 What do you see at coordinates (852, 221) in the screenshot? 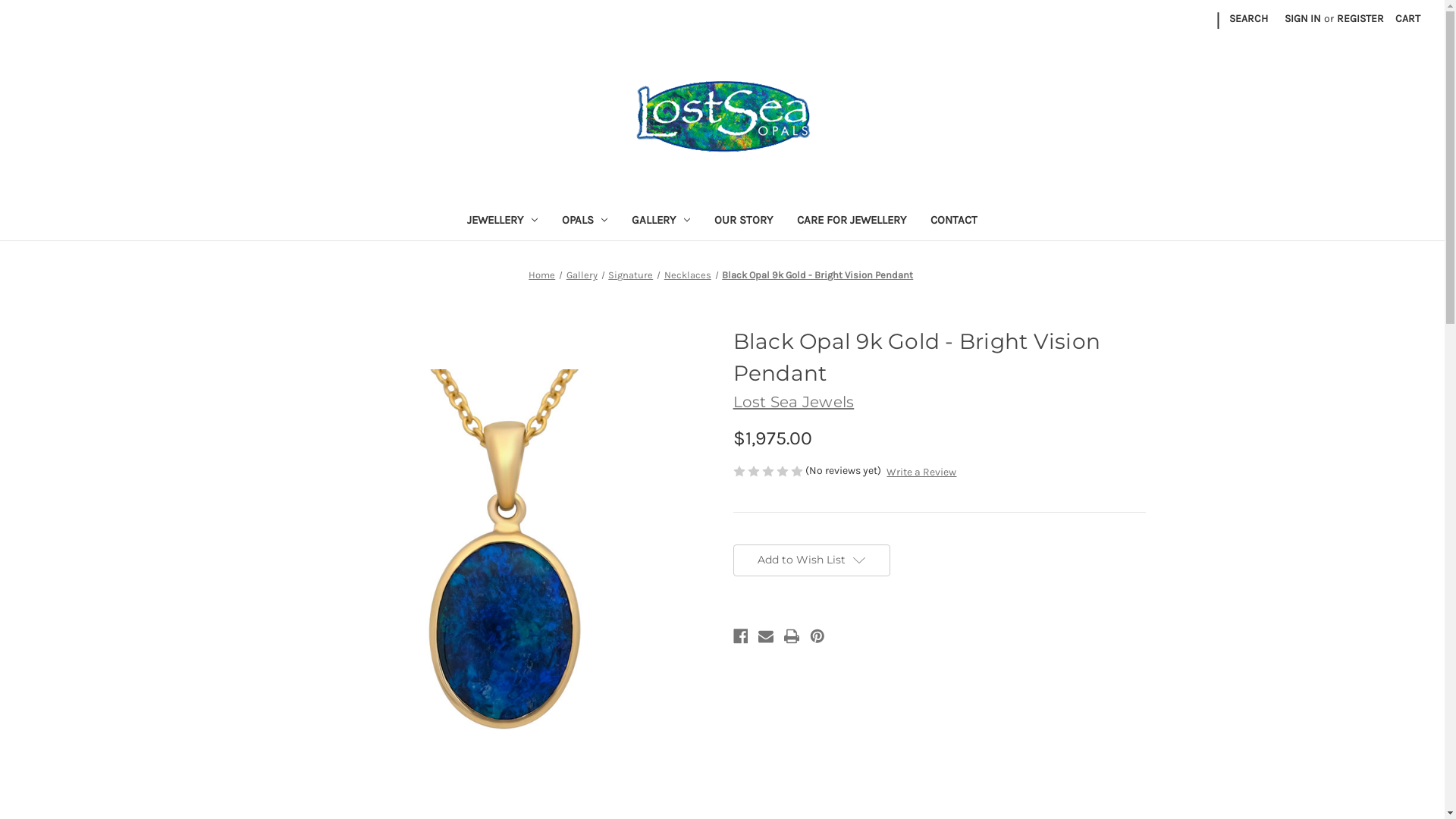
I see `'CARE FOR JEWELLERY'` at bounding box center [852, 221].